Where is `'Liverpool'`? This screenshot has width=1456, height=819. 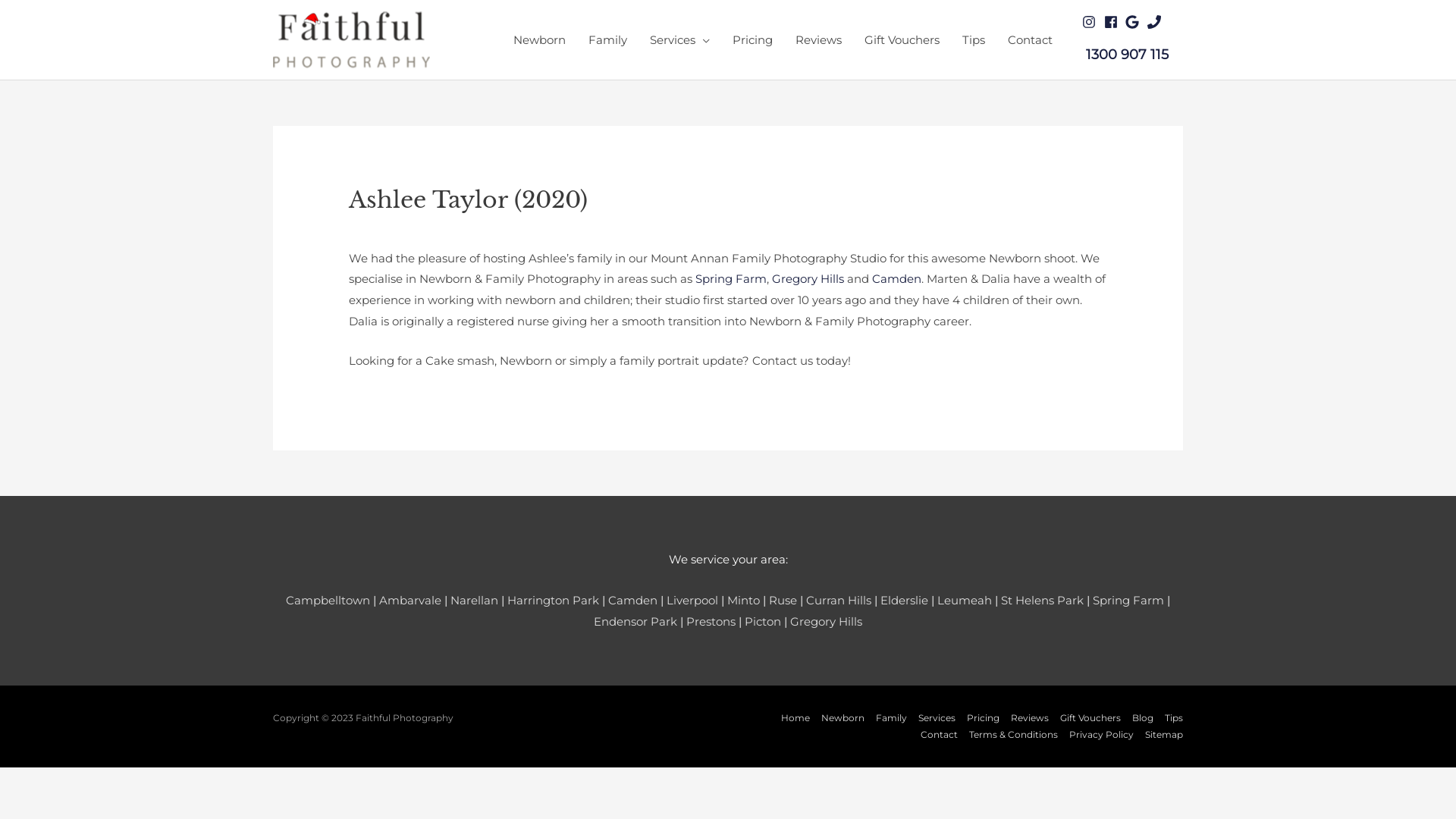
'Liverpool' is located at coordinates (666, 599).